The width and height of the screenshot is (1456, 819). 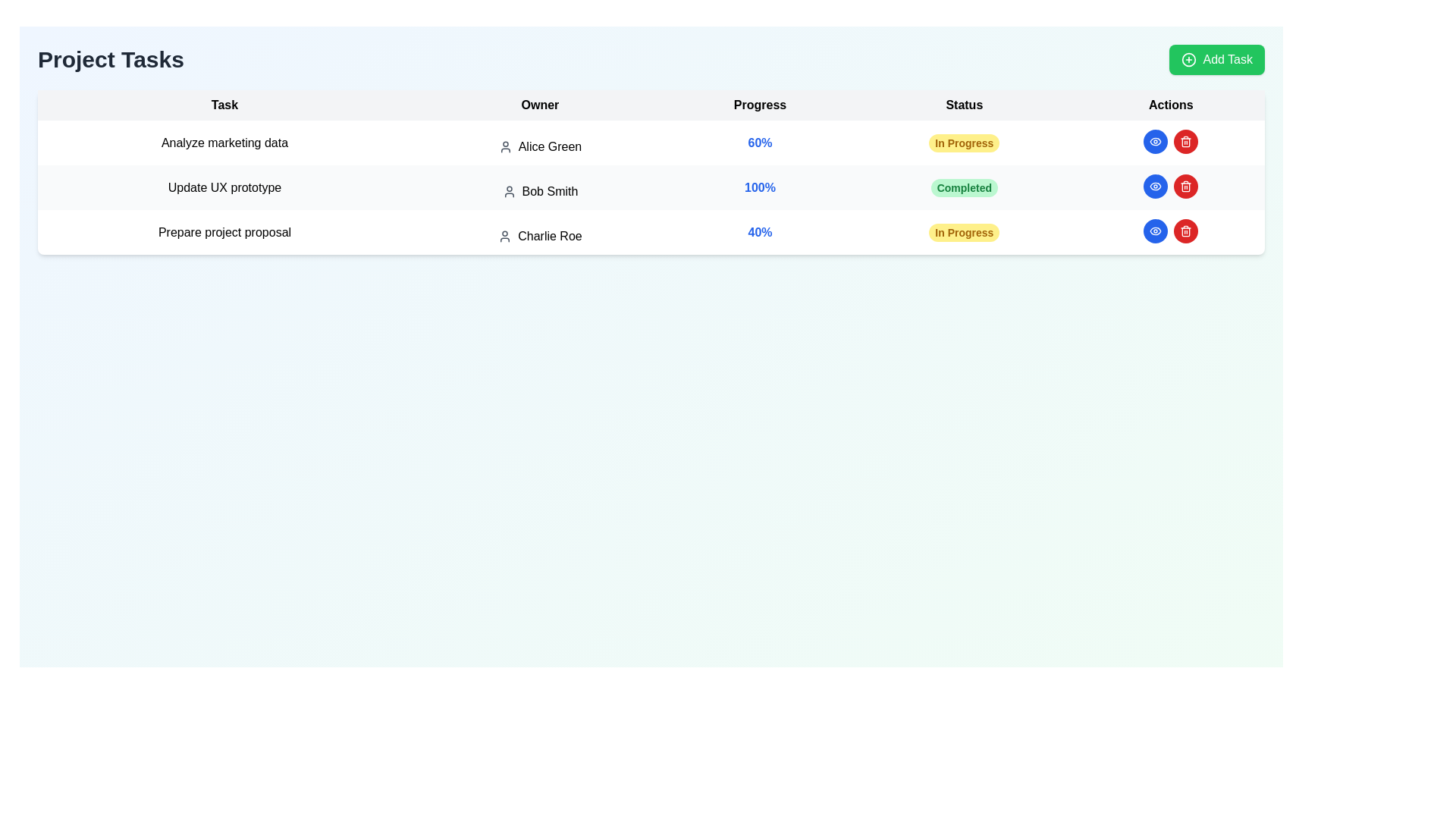 What do you see at coordinates (963, 104) in the screenshot?
I see `the static non-interactive header labeled 'Status' in the fourth column of the table header, which serves to indicate the status of corresponding tasks` at bounding box center [963, 104].